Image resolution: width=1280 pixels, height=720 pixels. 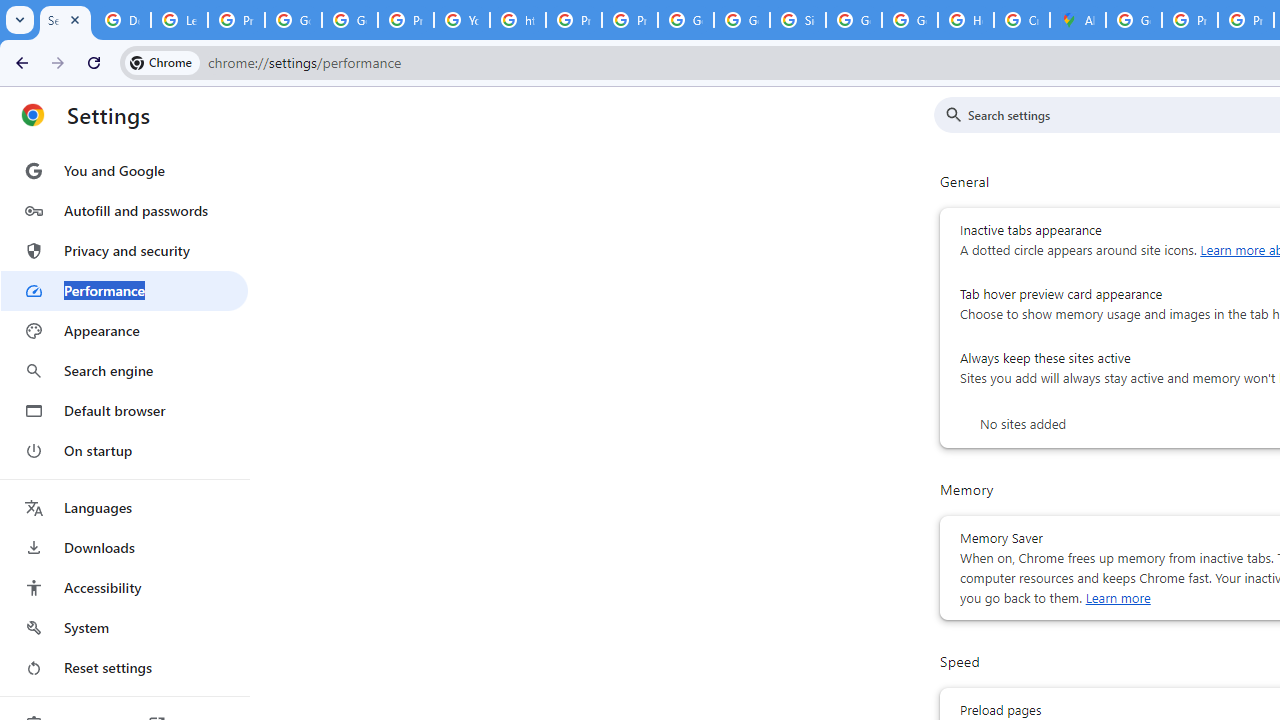 I want to click on 'Accessibility', so click(x=123, y=586).